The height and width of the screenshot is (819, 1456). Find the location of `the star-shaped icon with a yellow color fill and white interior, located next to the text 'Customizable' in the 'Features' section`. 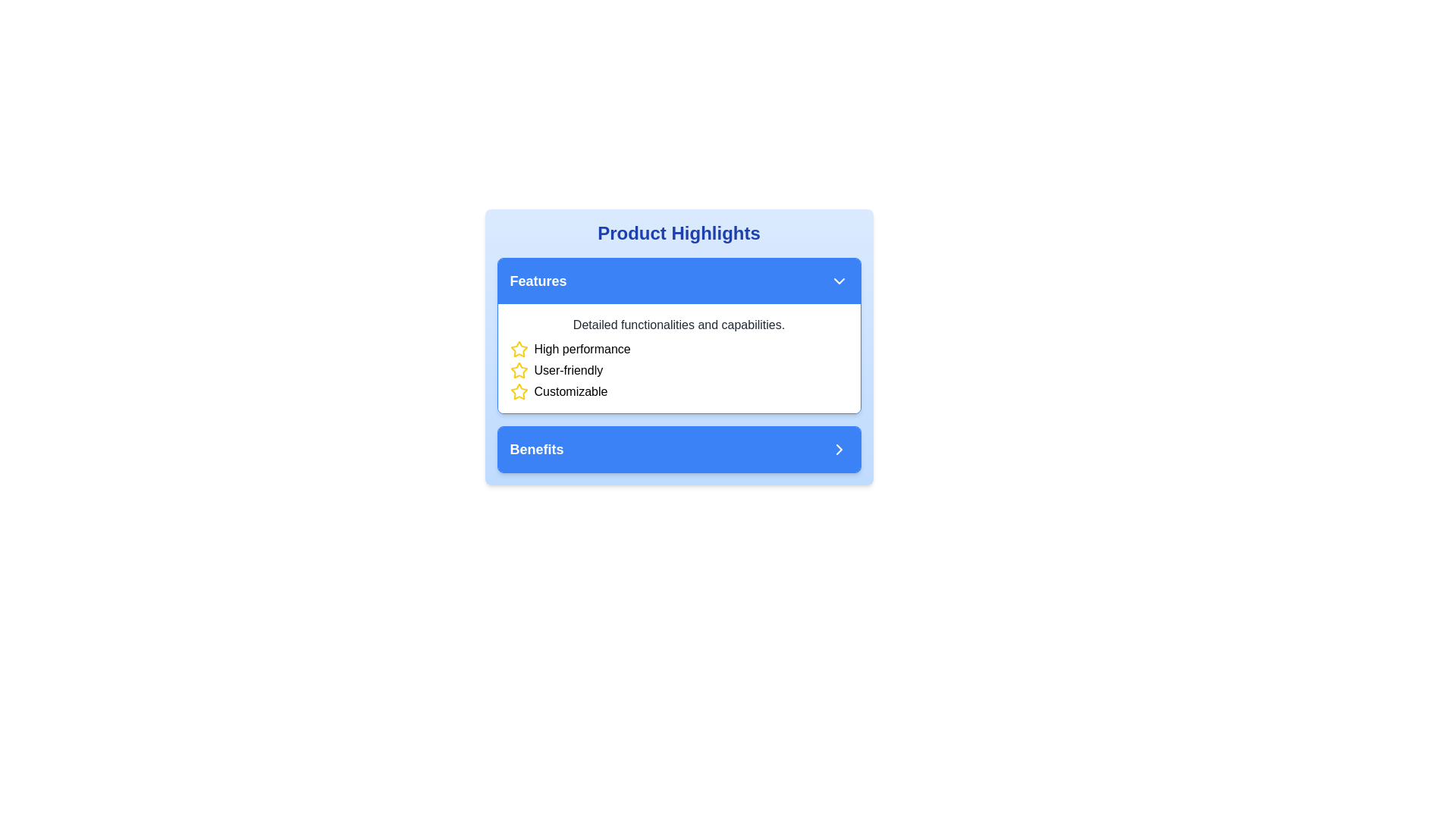

the star-shaped icon with a yellow color fill and white interior, located next to the text 'Customizable' in the 'Features' section is located at coordinates (519, 391).